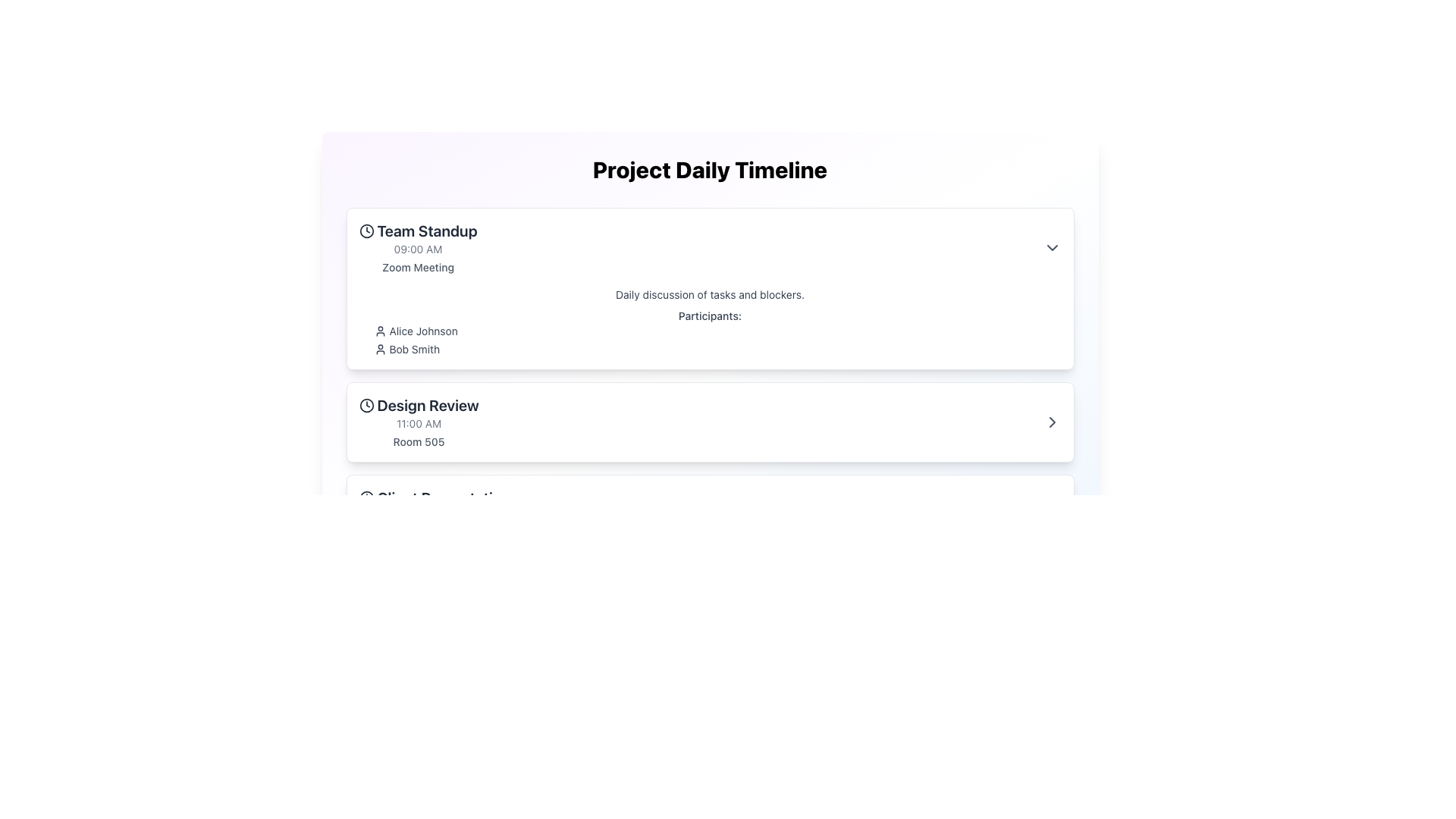 This screenshot has height=819, width=1456. Describe the element at coordinates (380, 350) in the screenshot. I see `the SVG-based user icon located to the left of the text 'Bob Smith' in the 'Team Standup' section of the daily timeline` at that location.